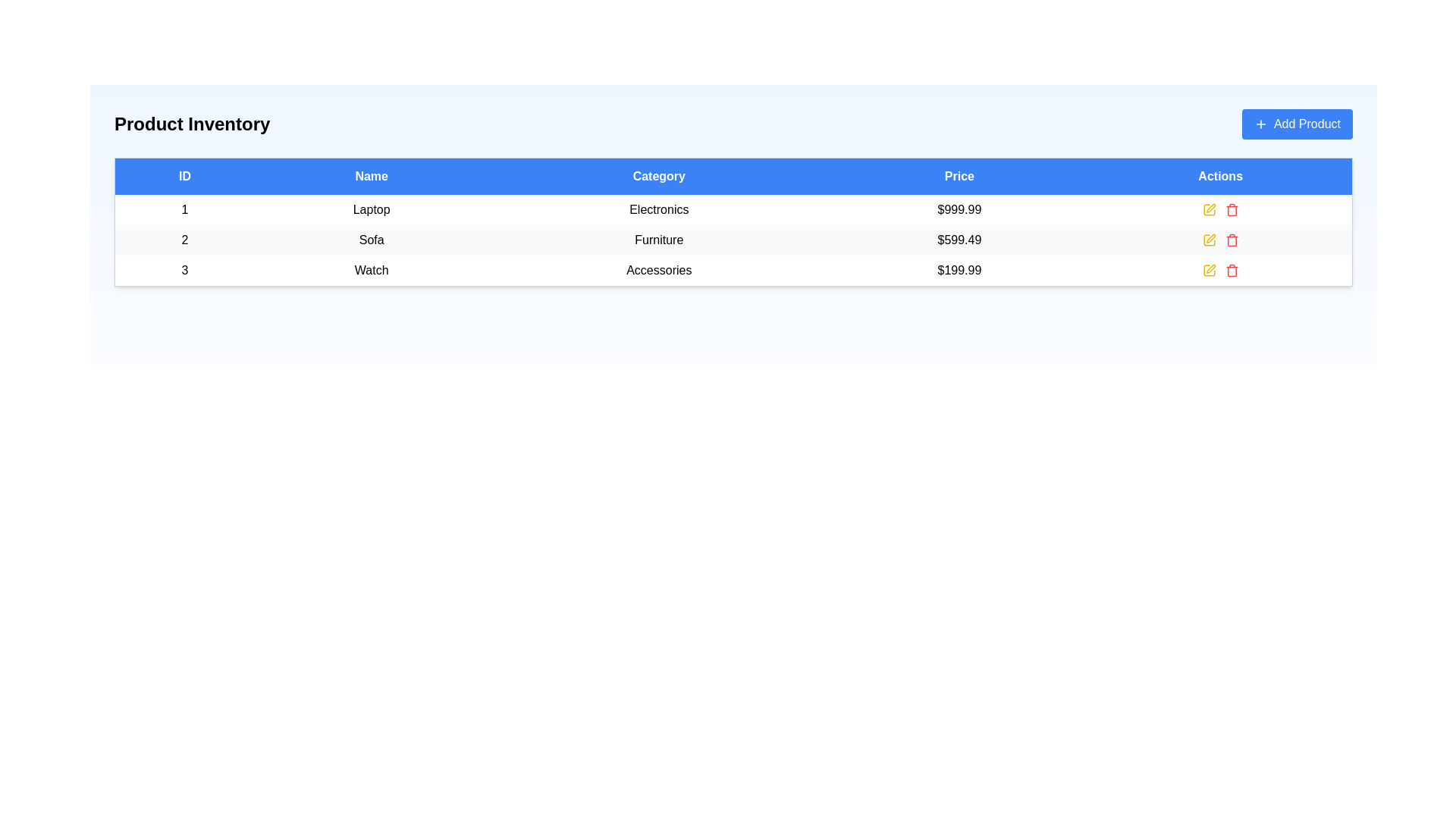 Image resolution: width=1456 pixels, height=819 pixels. Describe the element at coordinates (659, 210) in the screenshot. I see `the 'Category' text label in the first row of the table, which displays the category associated with the product entry, positioned between the 'Laptop' label and the '$999.99' label` at that location.